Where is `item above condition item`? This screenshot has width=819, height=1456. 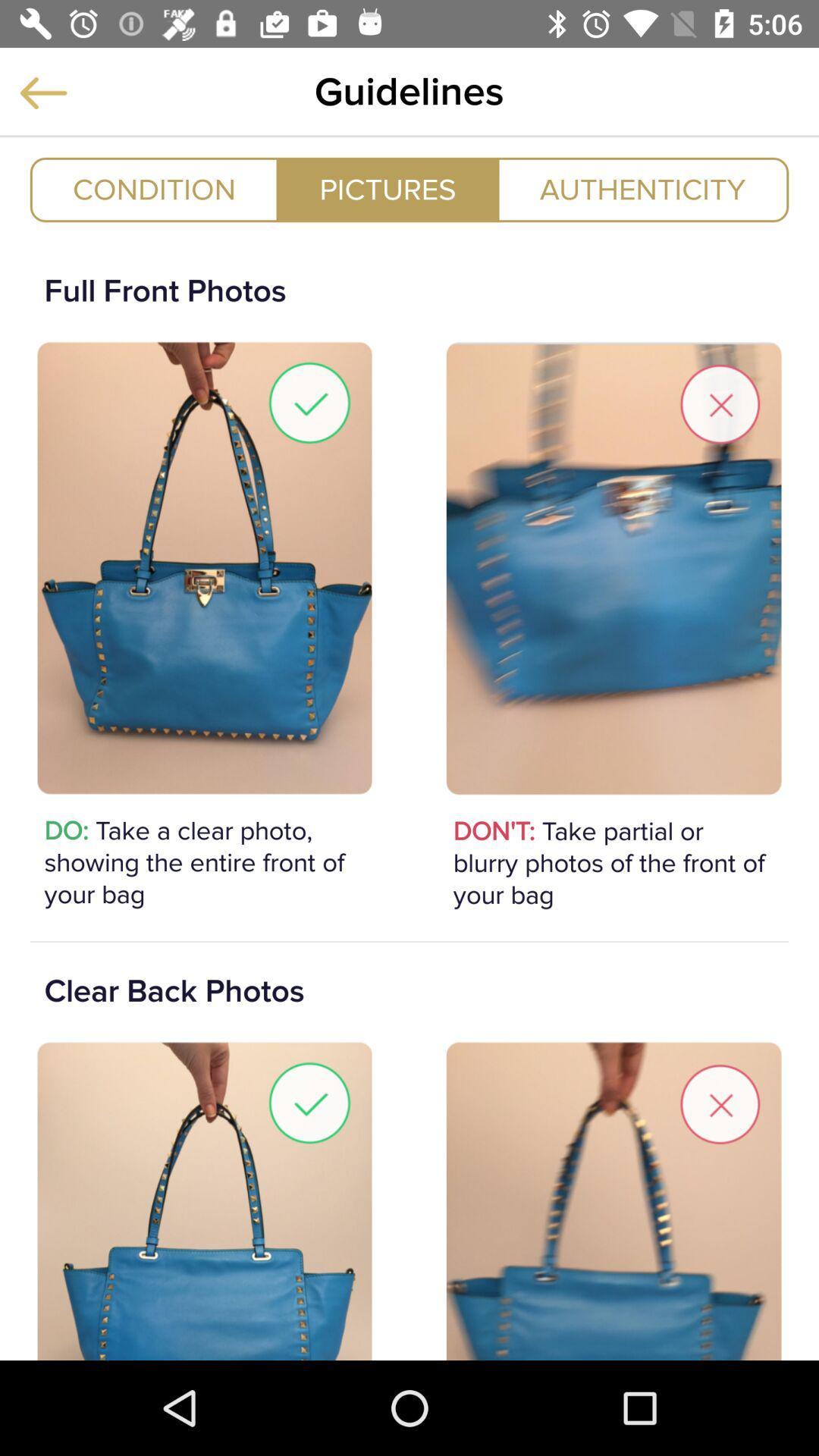 item above condition item is located at coordinates (42, 92).